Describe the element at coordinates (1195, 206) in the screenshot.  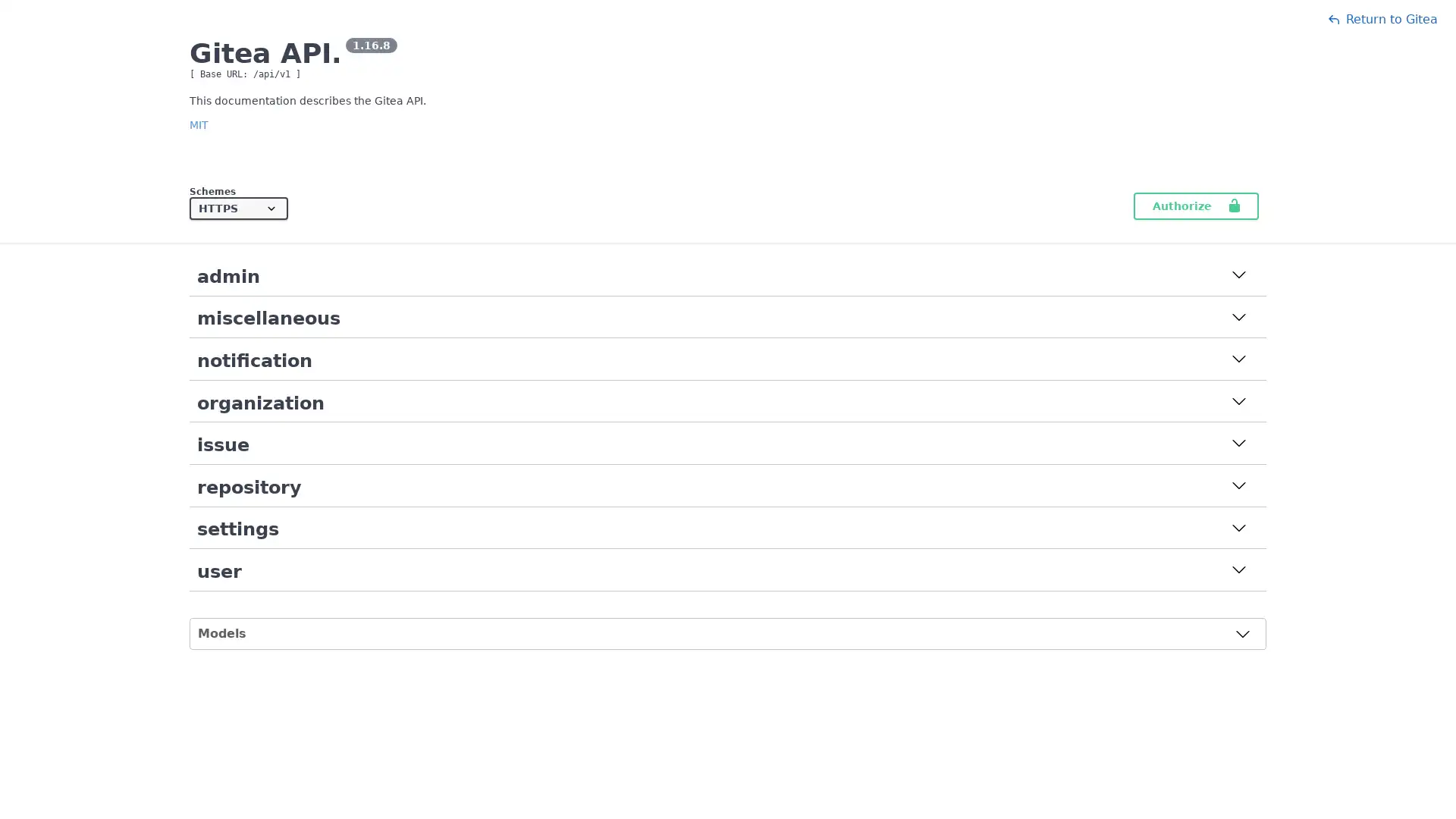
I see `Authorize` at that location.